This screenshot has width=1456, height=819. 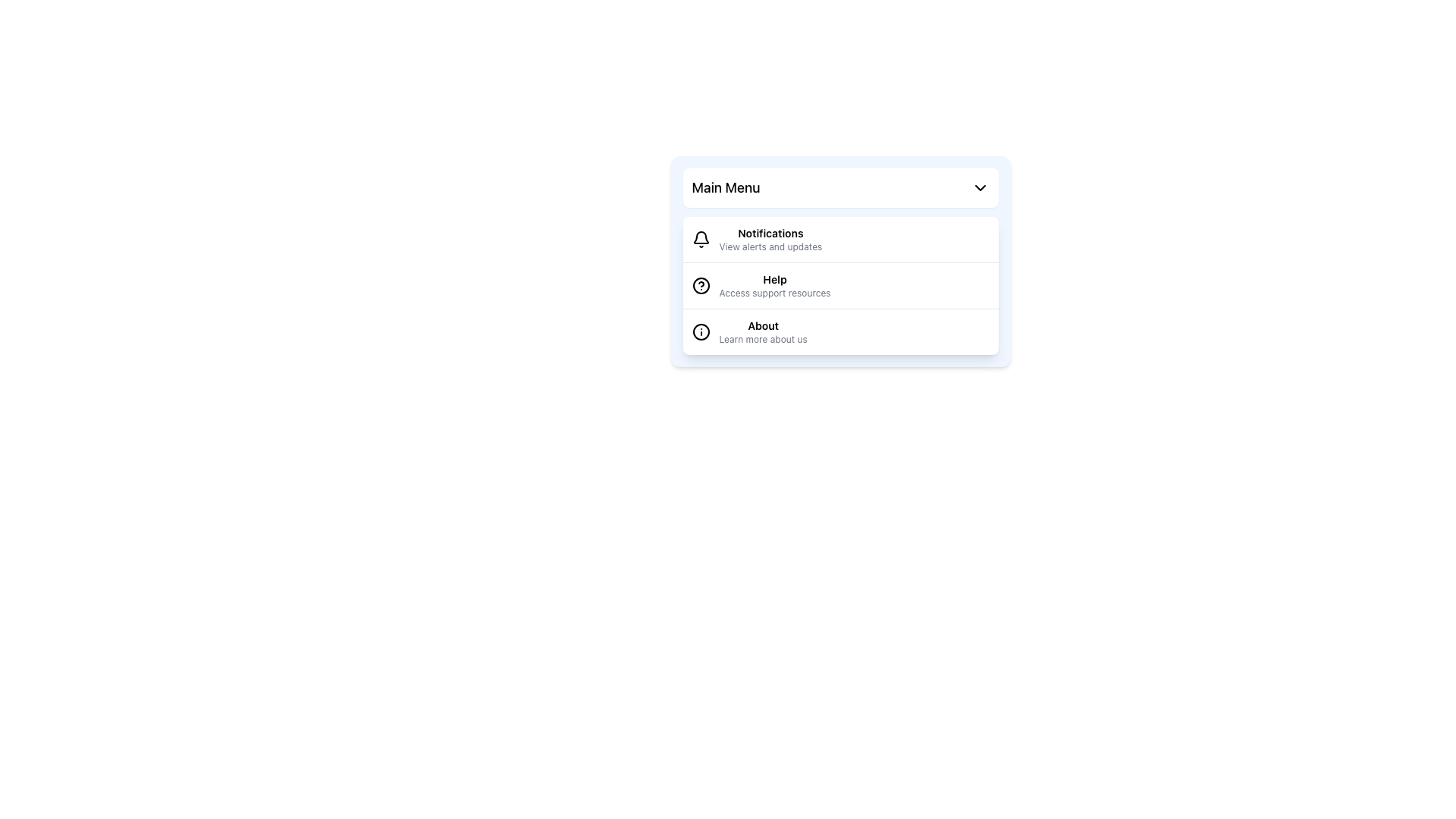 I want to click on the Chevron Down icon located on the right-hand side of the 'Main Menu' header, so click(x=980, y=187).